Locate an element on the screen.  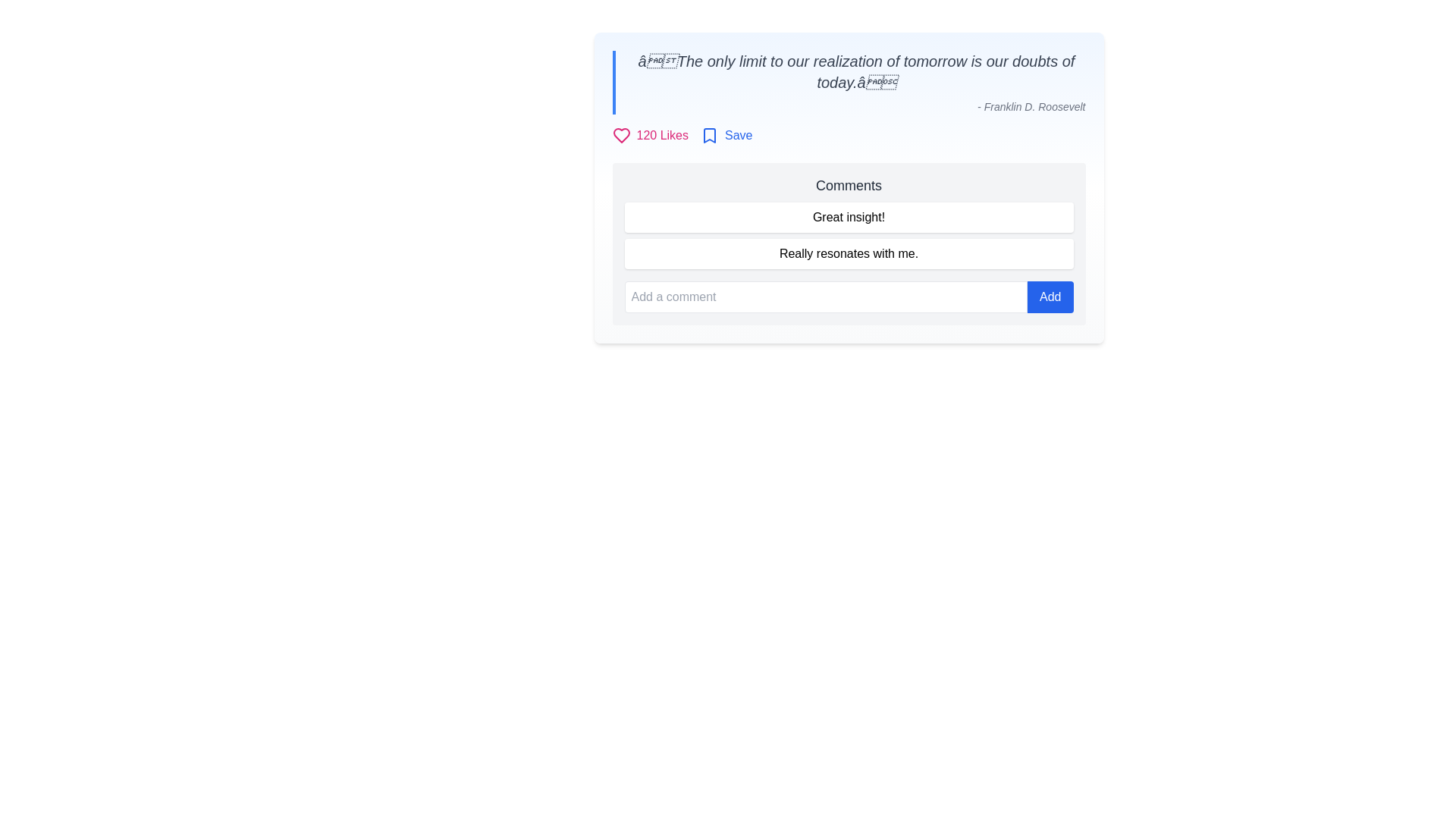
the 'Save' text label, which is blue and slightly bolded, located to the right of a bookmark icon at the top part of the interface is located at coordinates (739, 134).